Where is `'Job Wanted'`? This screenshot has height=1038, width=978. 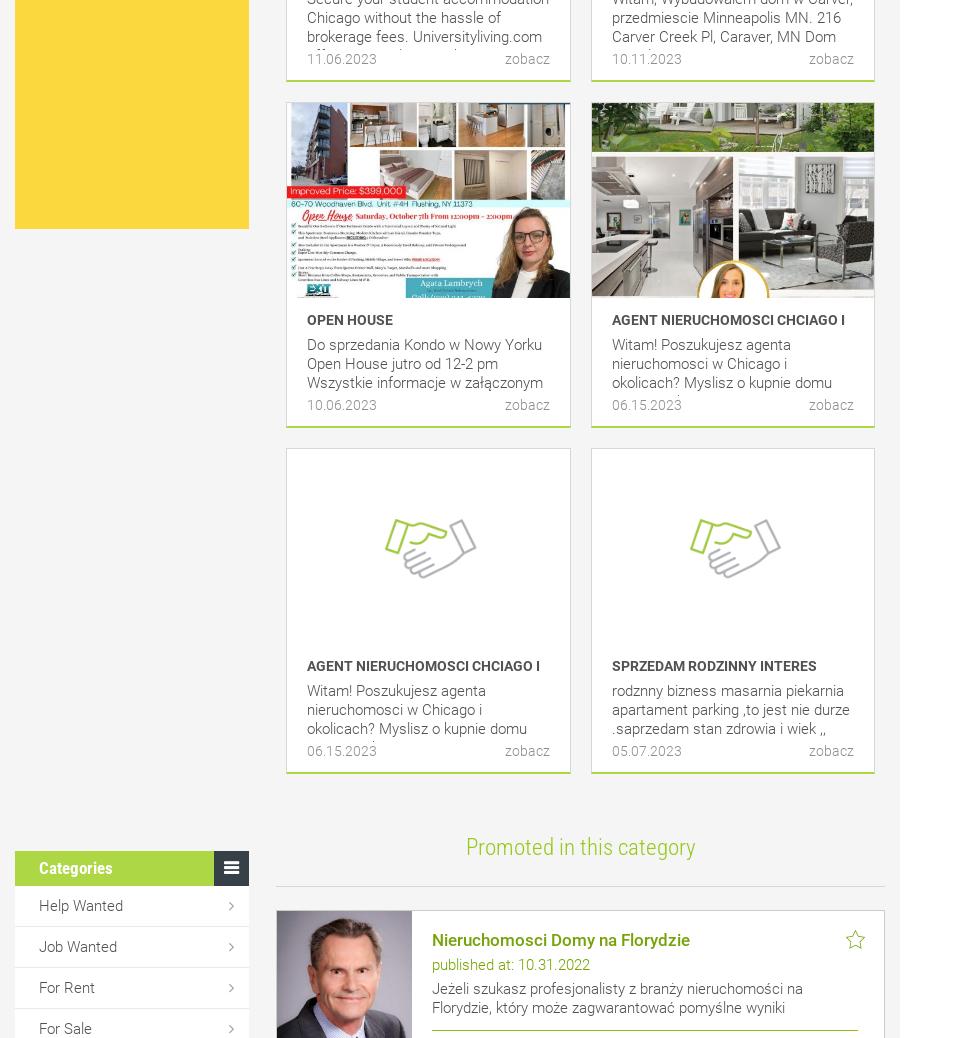 'Job Wanted' is located at coordinates (39, 946).